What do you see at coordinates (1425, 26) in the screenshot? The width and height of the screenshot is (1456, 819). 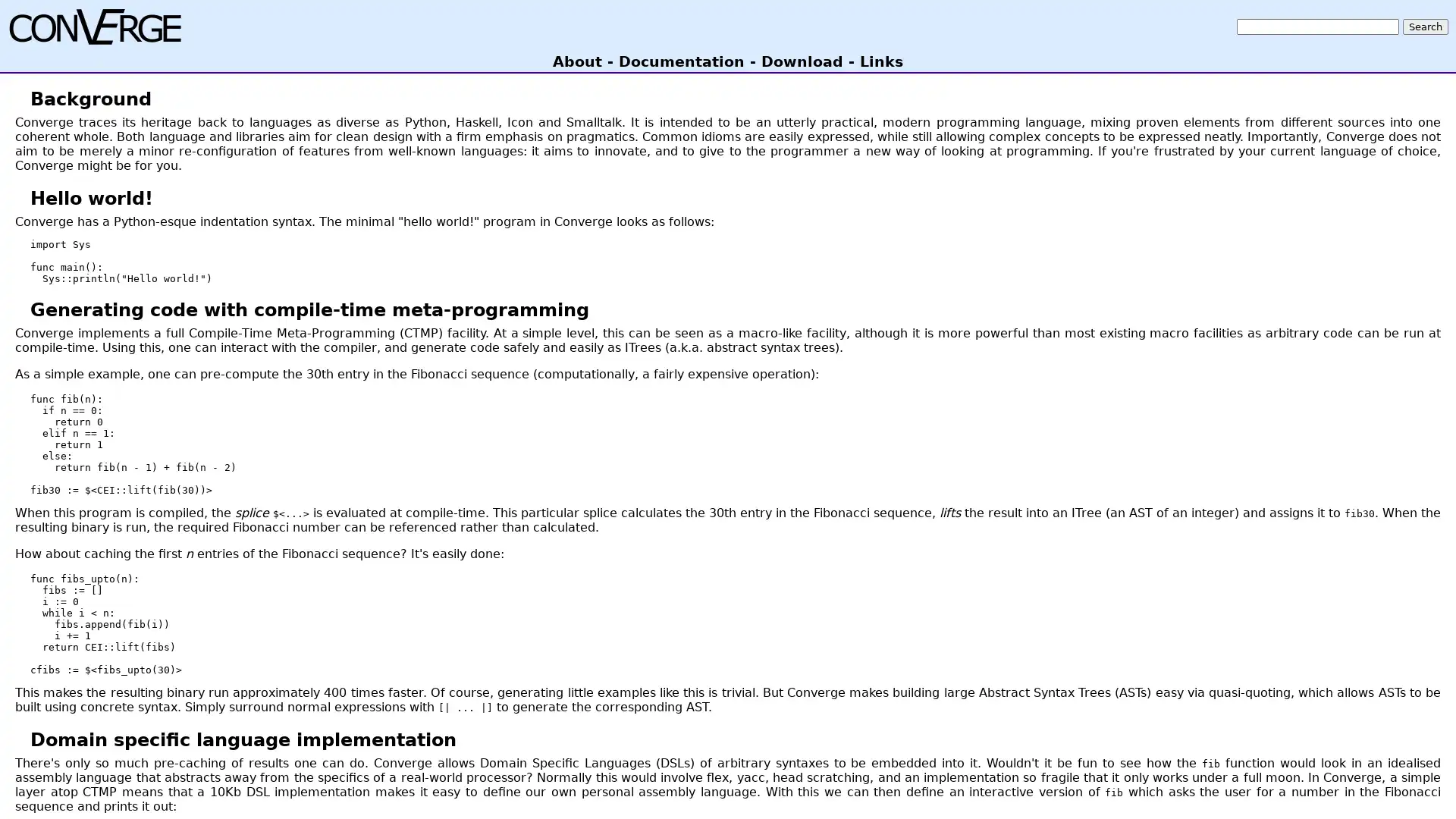 I see `Search` at bounding box center [1425, 26].